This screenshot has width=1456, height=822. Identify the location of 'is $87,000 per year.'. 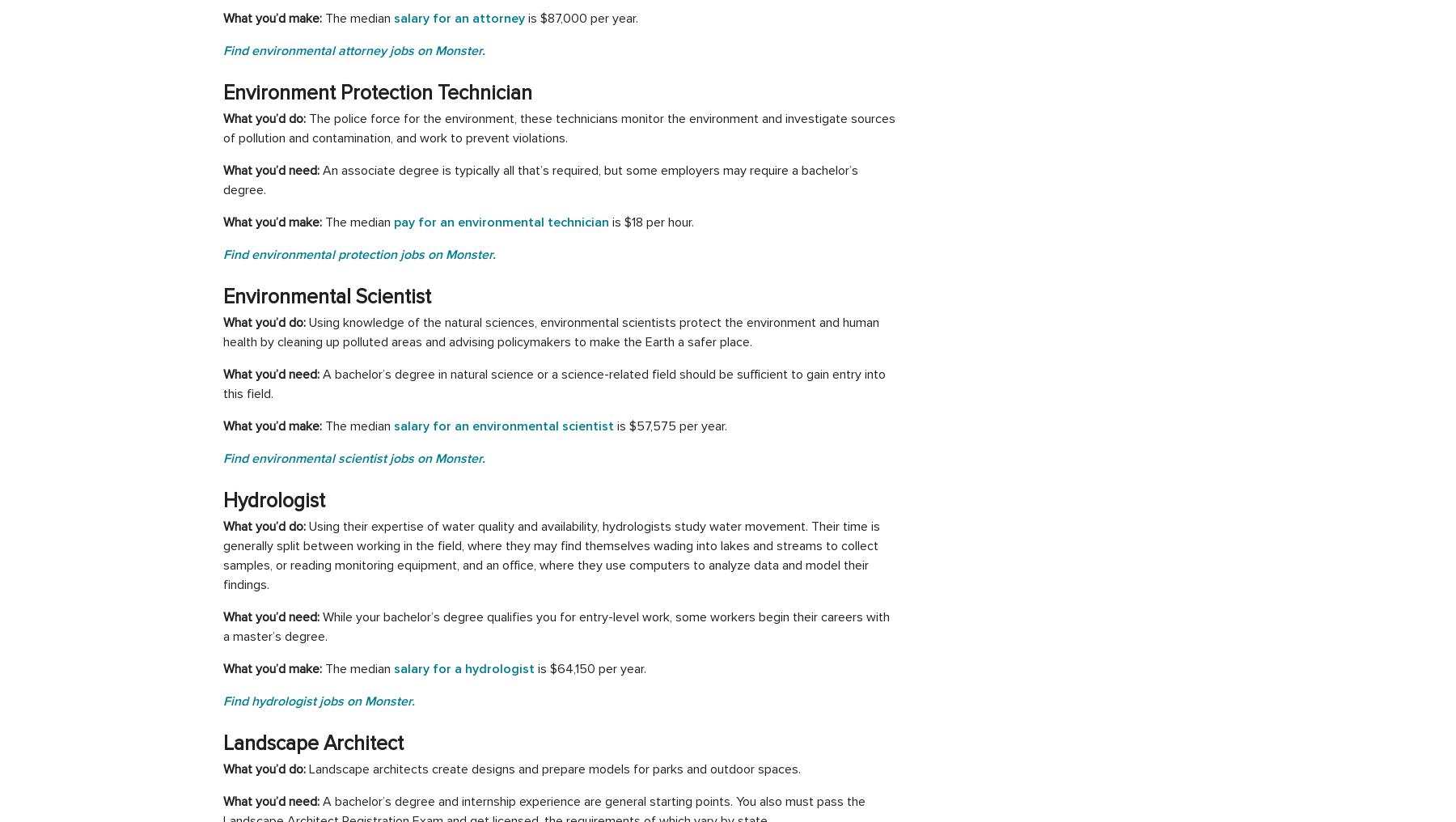
(580, 17).